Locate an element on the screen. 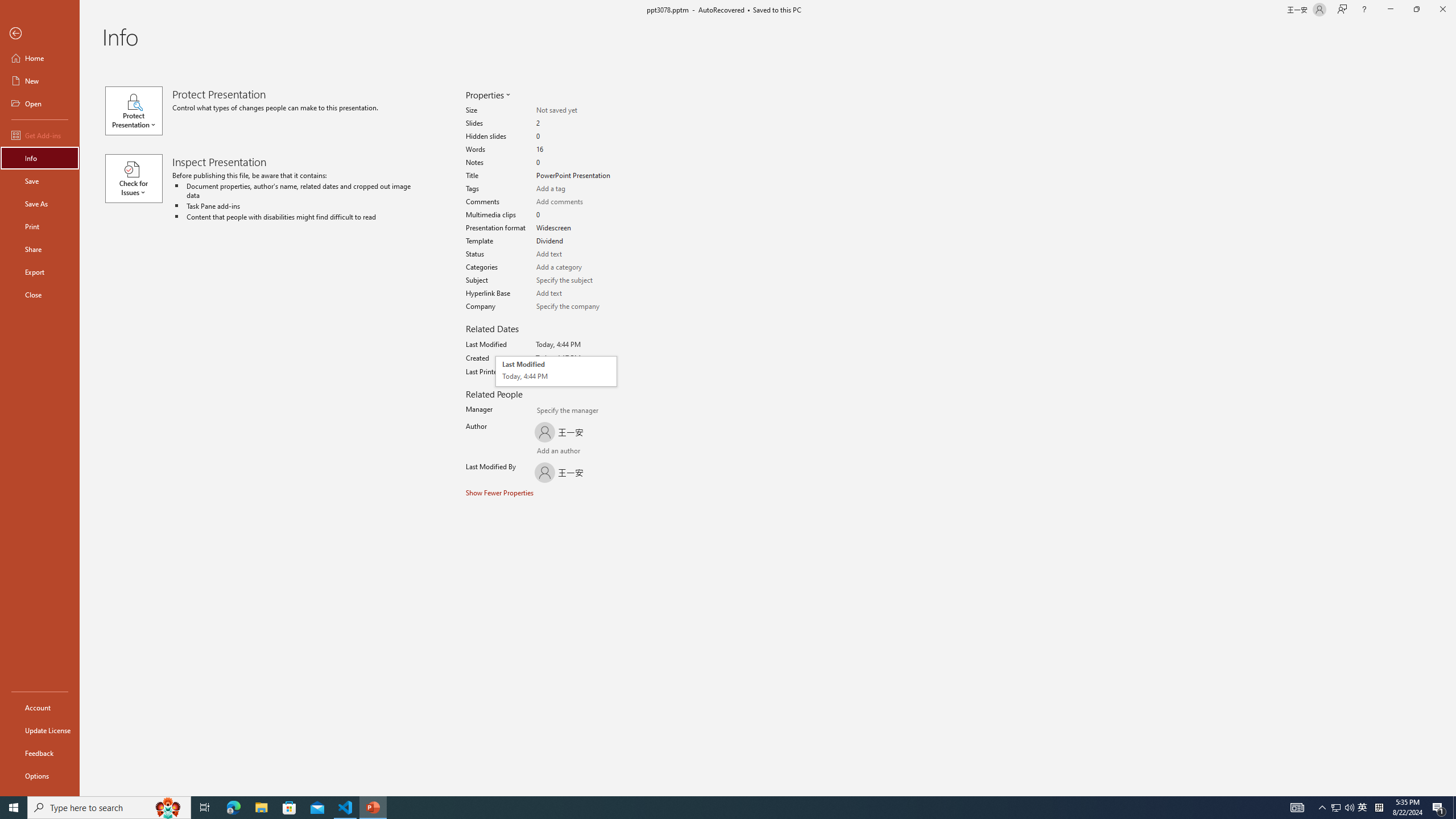  'Title' is located at coordinates (575, 176).